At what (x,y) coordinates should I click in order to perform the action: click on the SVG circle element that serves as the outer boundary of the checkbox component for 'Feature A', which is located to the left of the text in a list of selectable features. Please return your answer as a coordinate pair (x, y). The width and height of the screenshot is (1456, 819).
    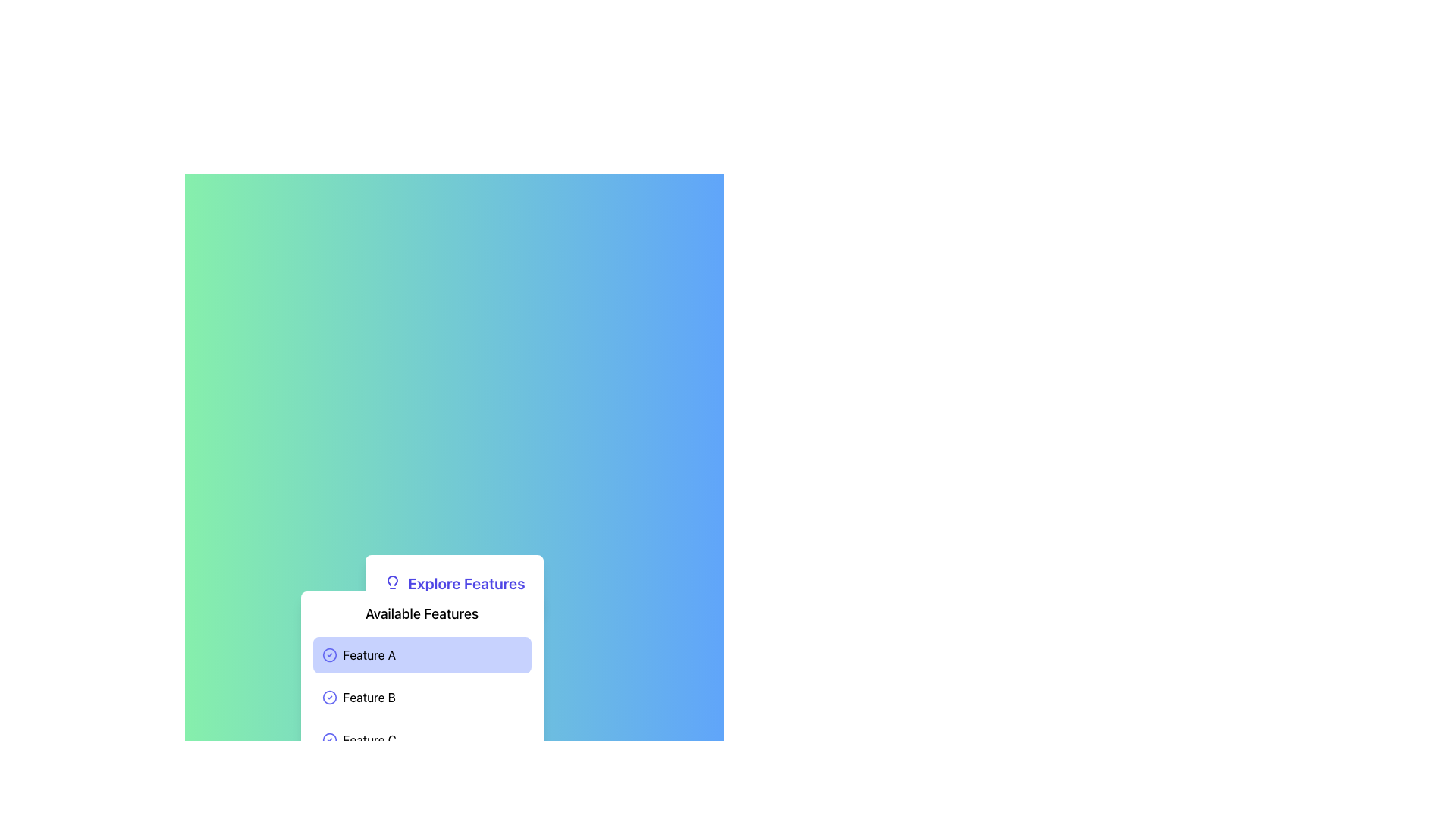
    Looking at the image, I should click on (328, 654).